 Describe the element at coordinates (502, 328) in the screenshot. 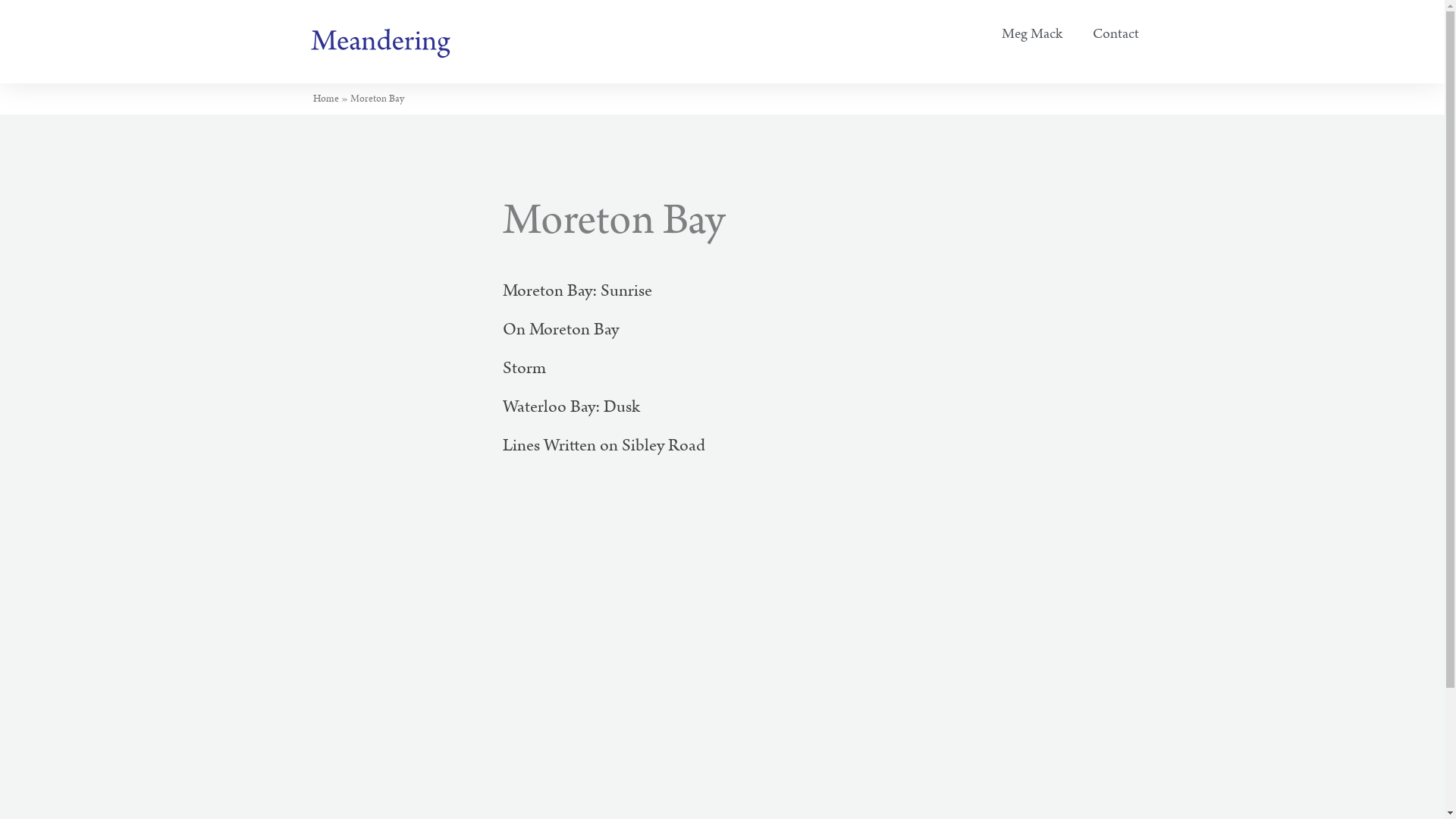

I see `'On Moreton Bay'` at that location.